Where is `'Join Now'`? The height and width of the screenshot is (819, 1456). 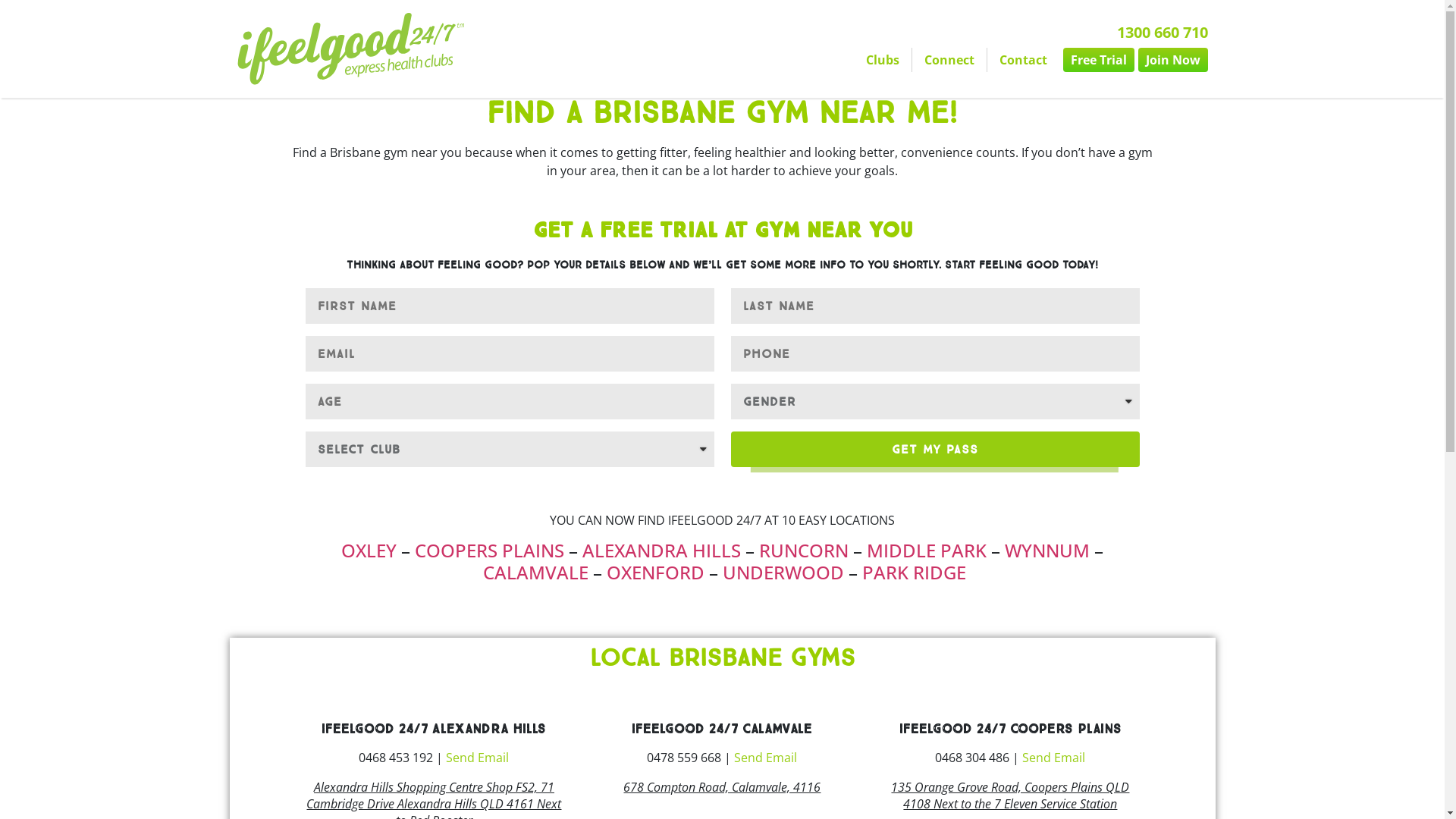 'Join Now' is located at coordinates (1171, 58).